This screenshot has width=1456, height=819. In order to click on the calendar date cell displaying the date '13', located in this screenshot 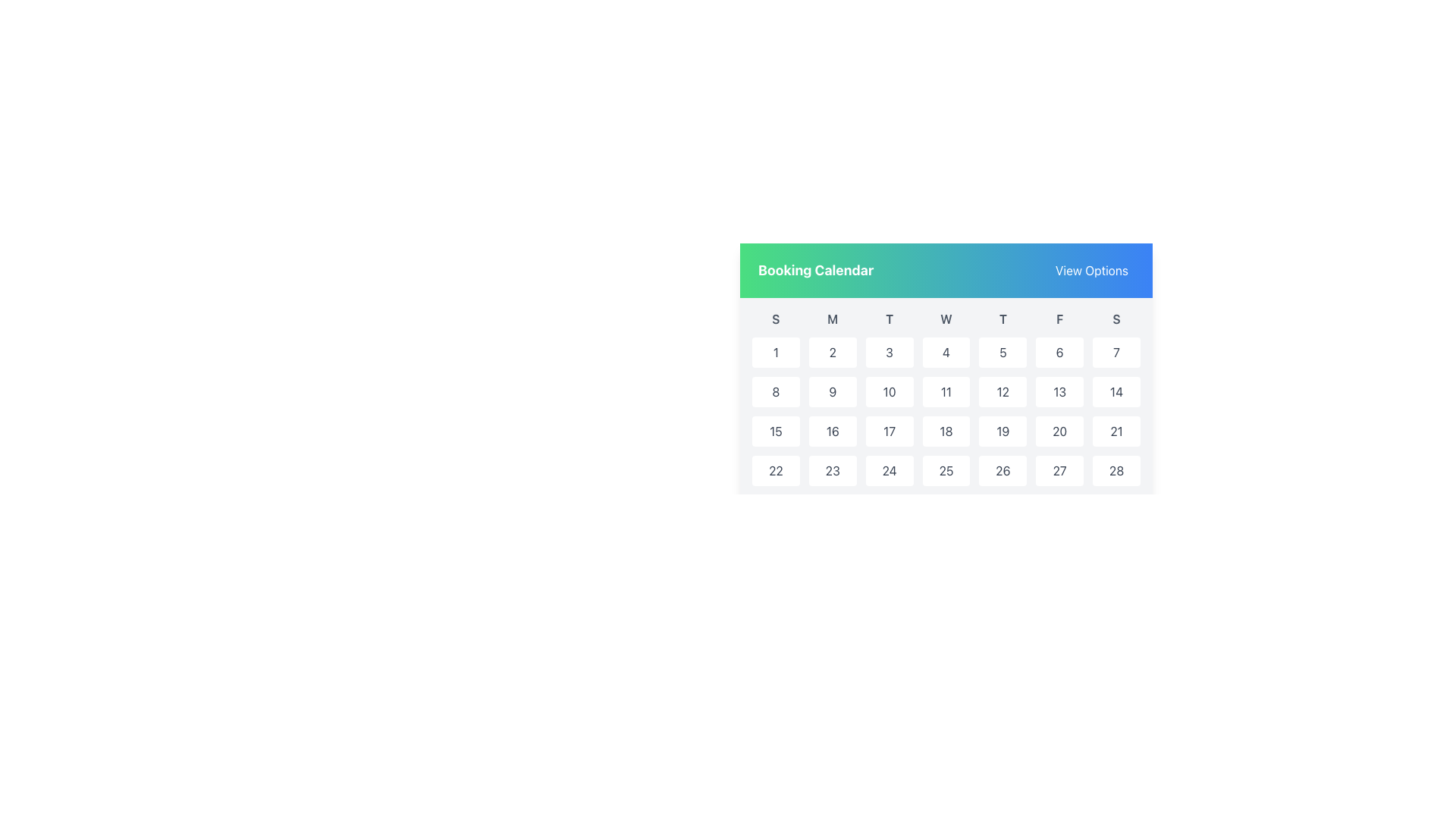, I will do `click(1058, 391)`.